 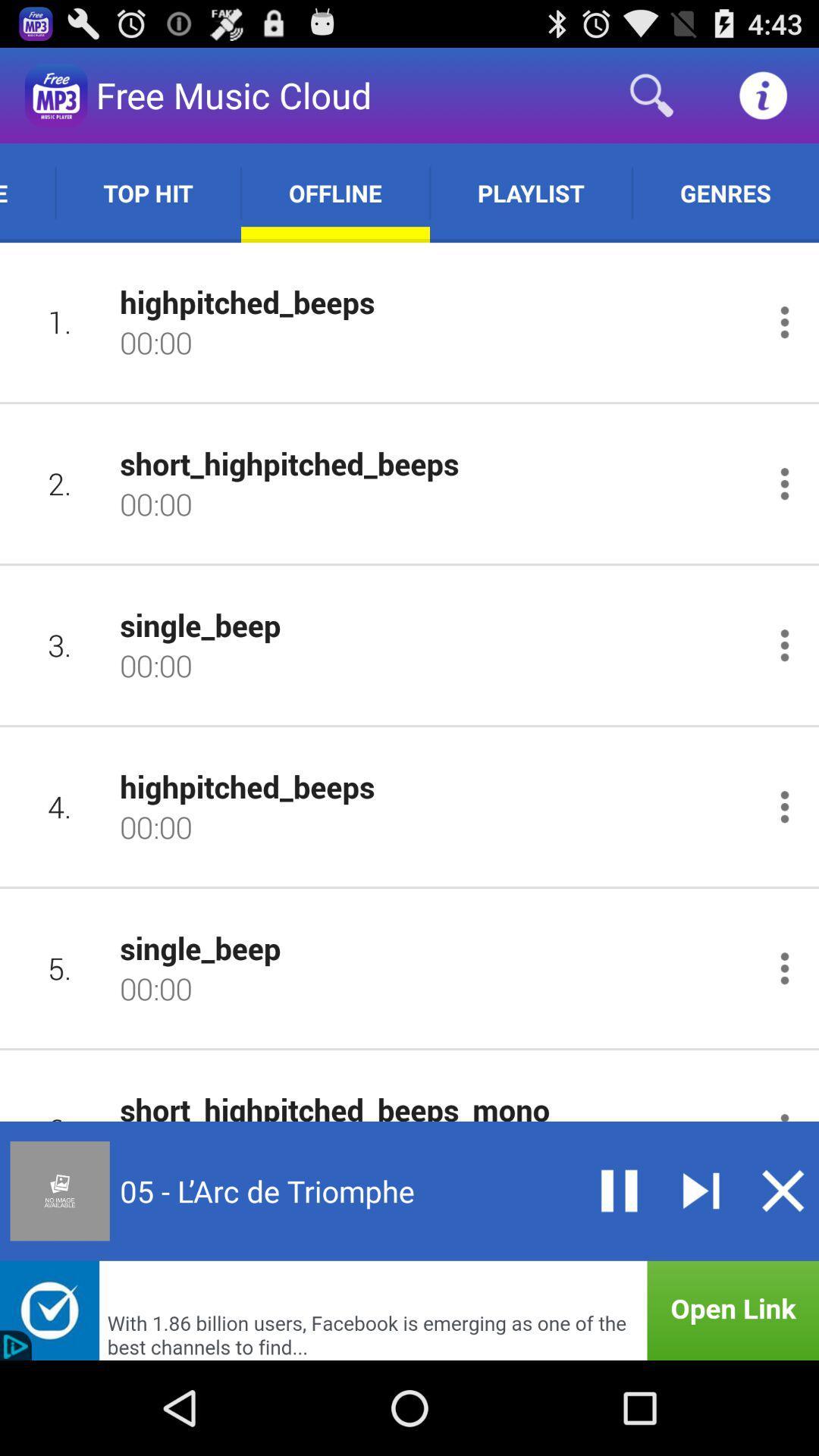 What do you see at coordinates (334, 192) in the screenshot?
I see `the item next to playlist` at bounding box center [334, 192].